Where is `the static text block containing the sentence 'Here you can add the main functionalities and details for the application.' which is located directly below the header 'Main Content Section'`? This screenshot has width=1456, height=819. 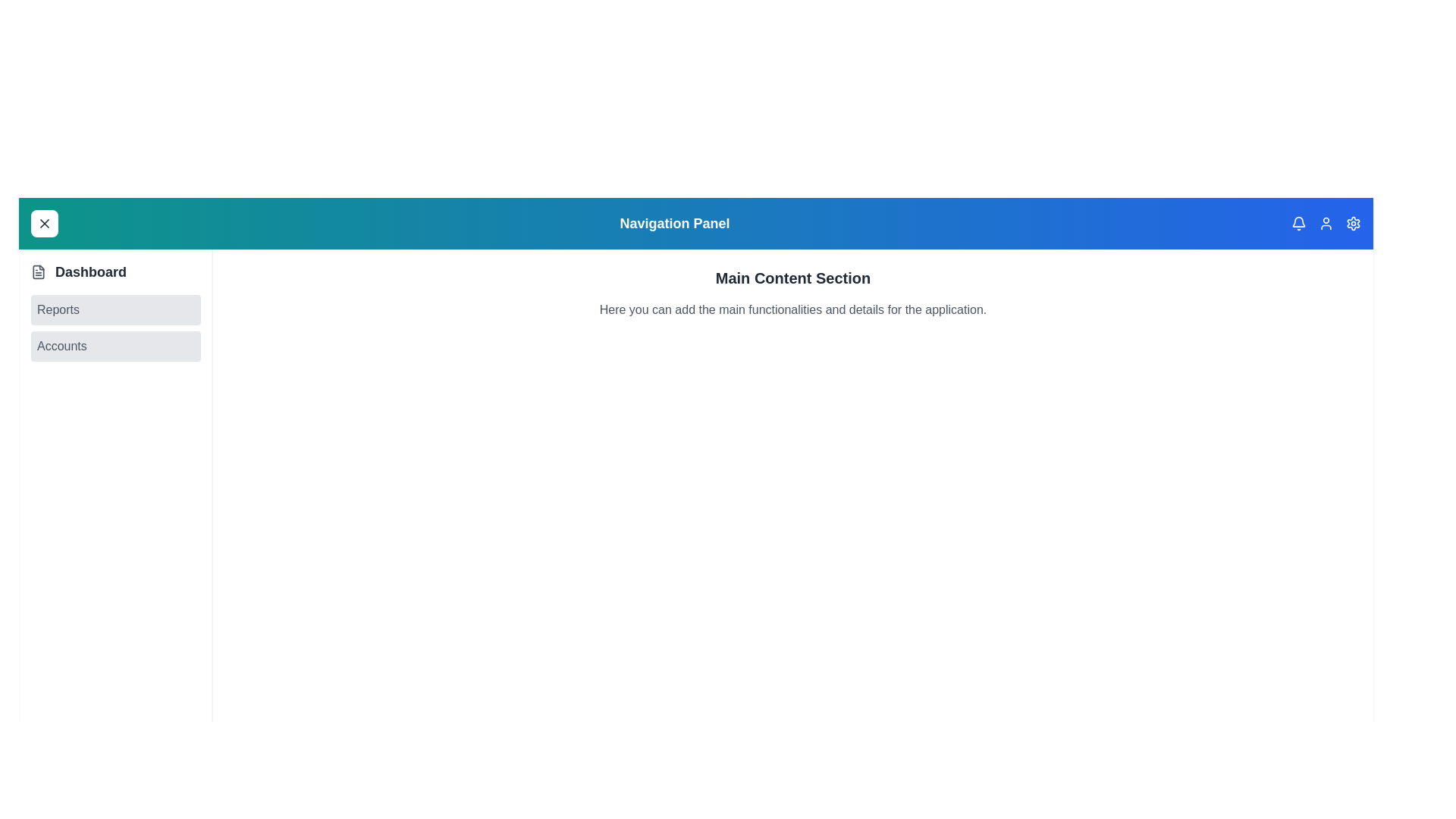
the static text block containing the sentence 'Here you can add the main functionalities and details for the application.' which is located directly below the header 'Main Content Section' is located at coordinates (792, 309).